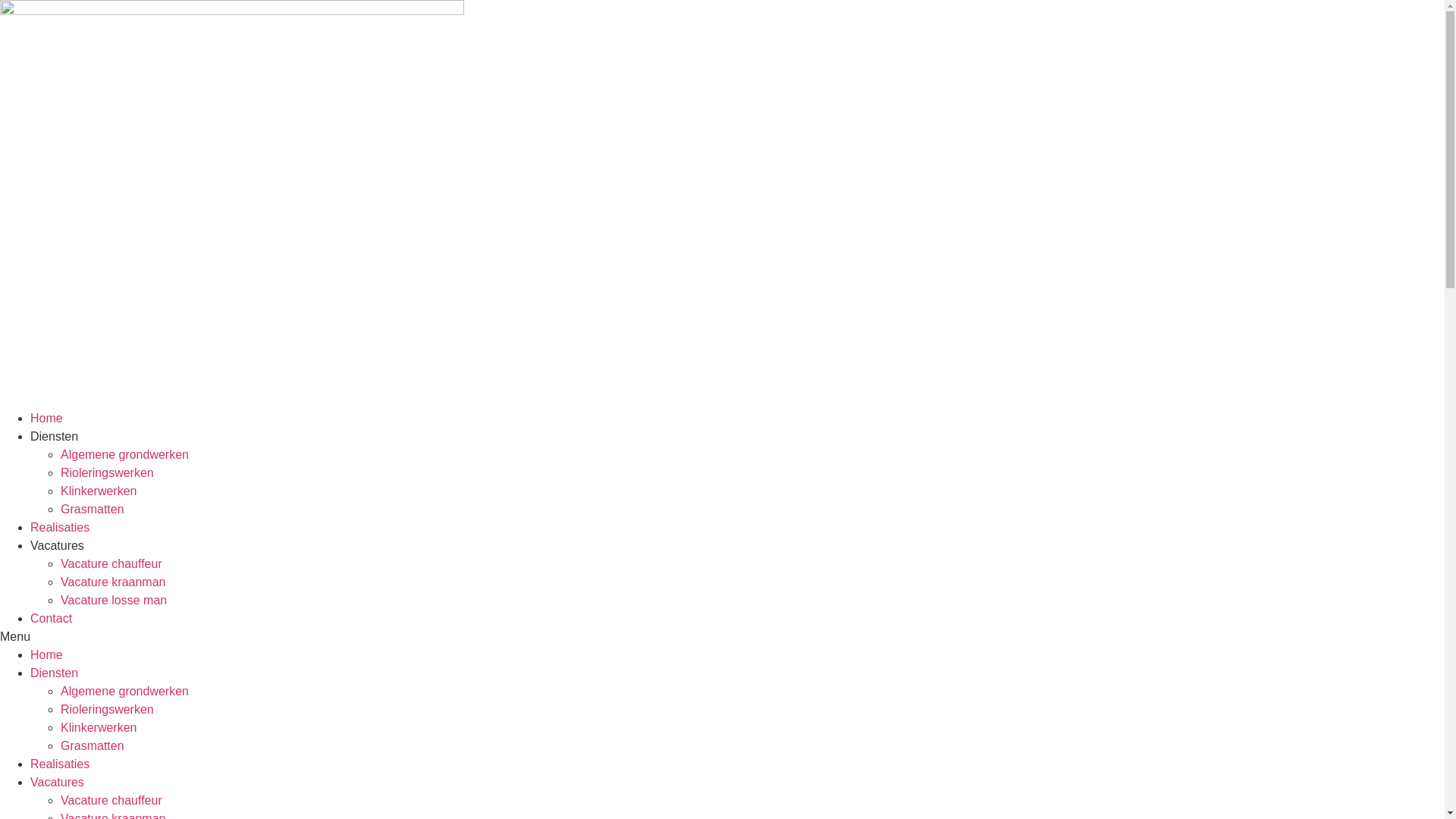  I want to click on 'Vacature chauffeur', so click(111, 799).